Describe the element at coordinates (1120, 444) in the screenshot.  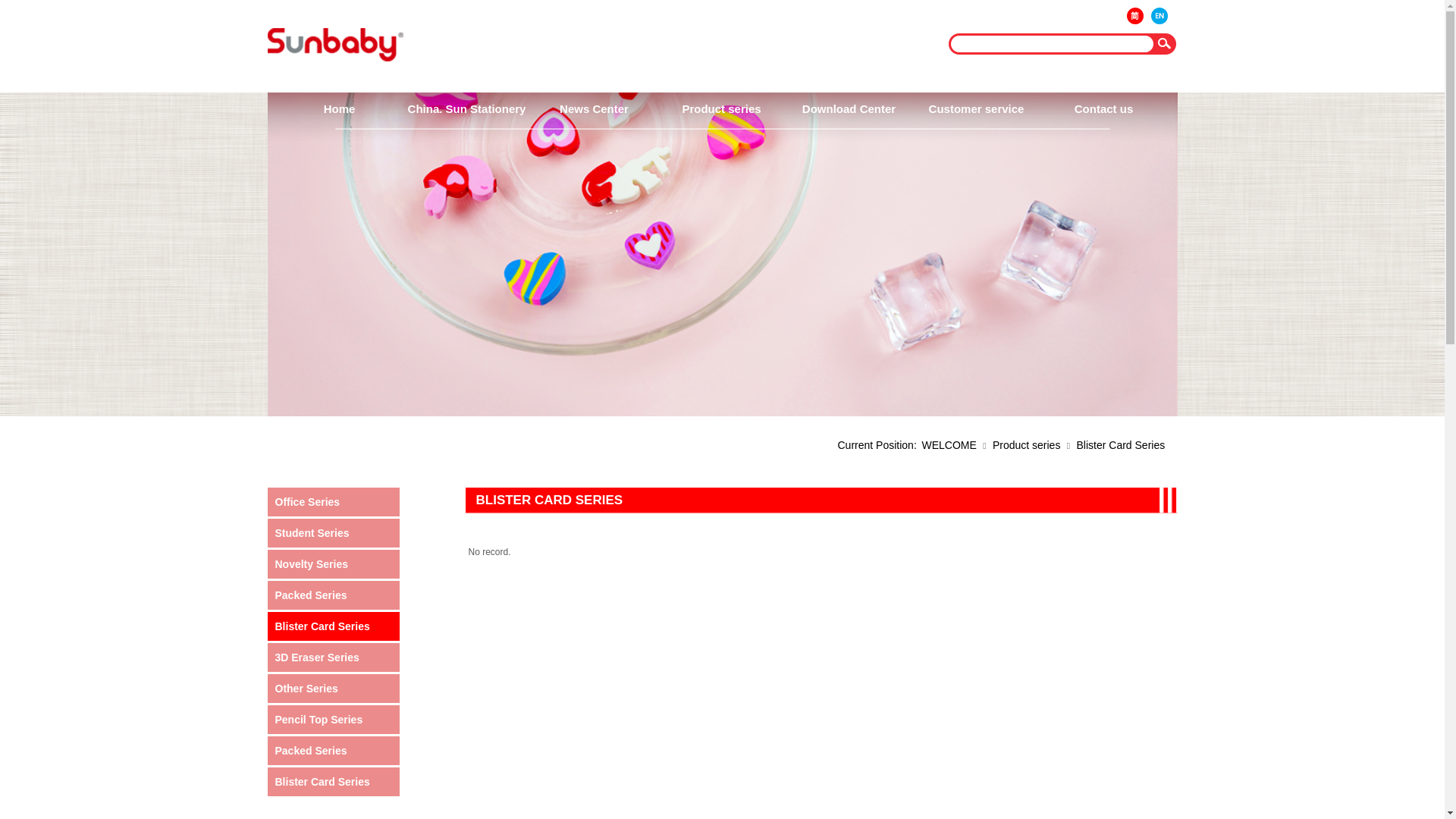
I see `'Blister Card Series'` at that location.